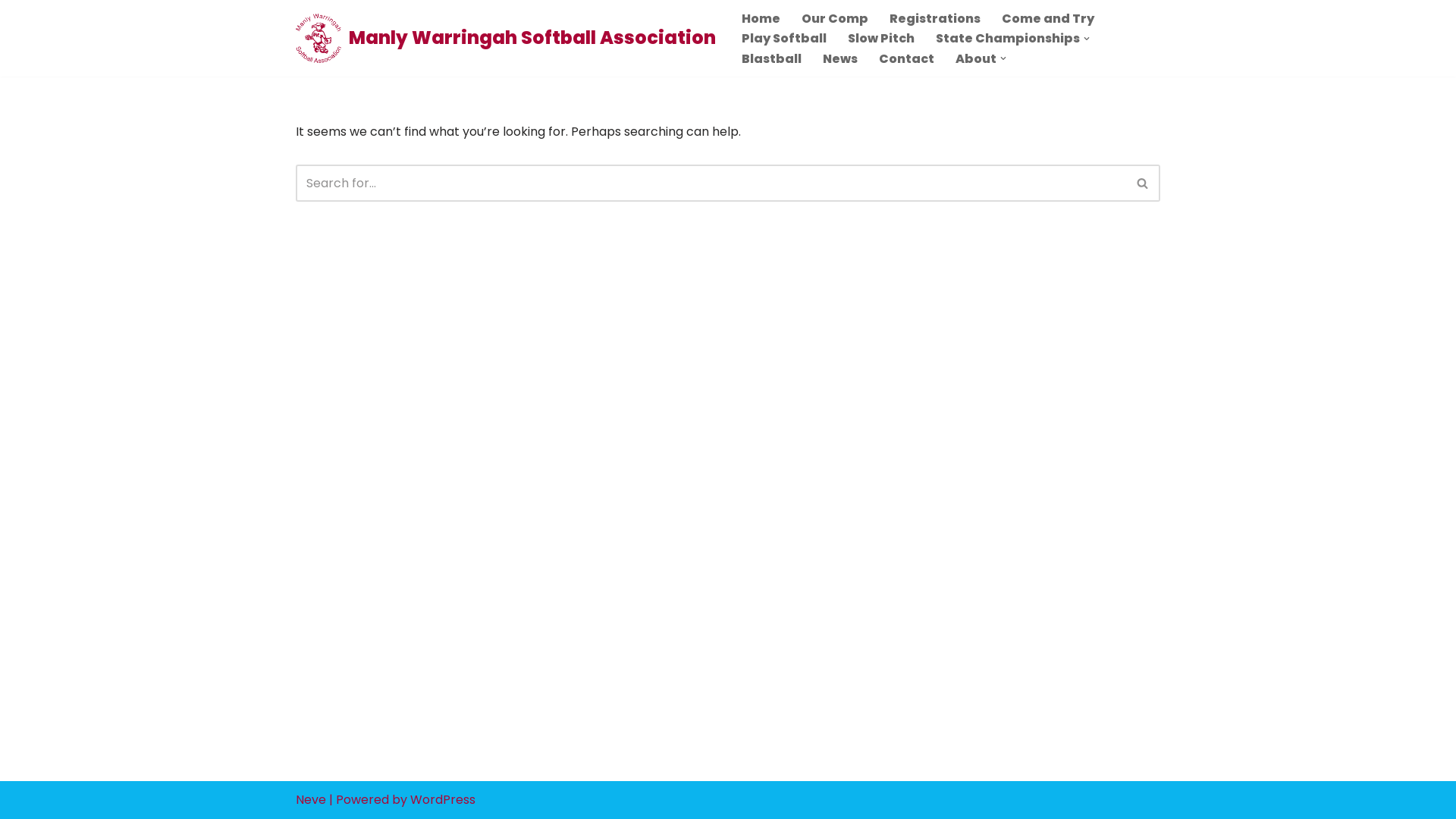 The height and width of the screenshot is (819, 1456). What do you see at coordinates (880, 37) in the screenshot?
I see `'Slow Pitch'` at bounding box center [880, 37].